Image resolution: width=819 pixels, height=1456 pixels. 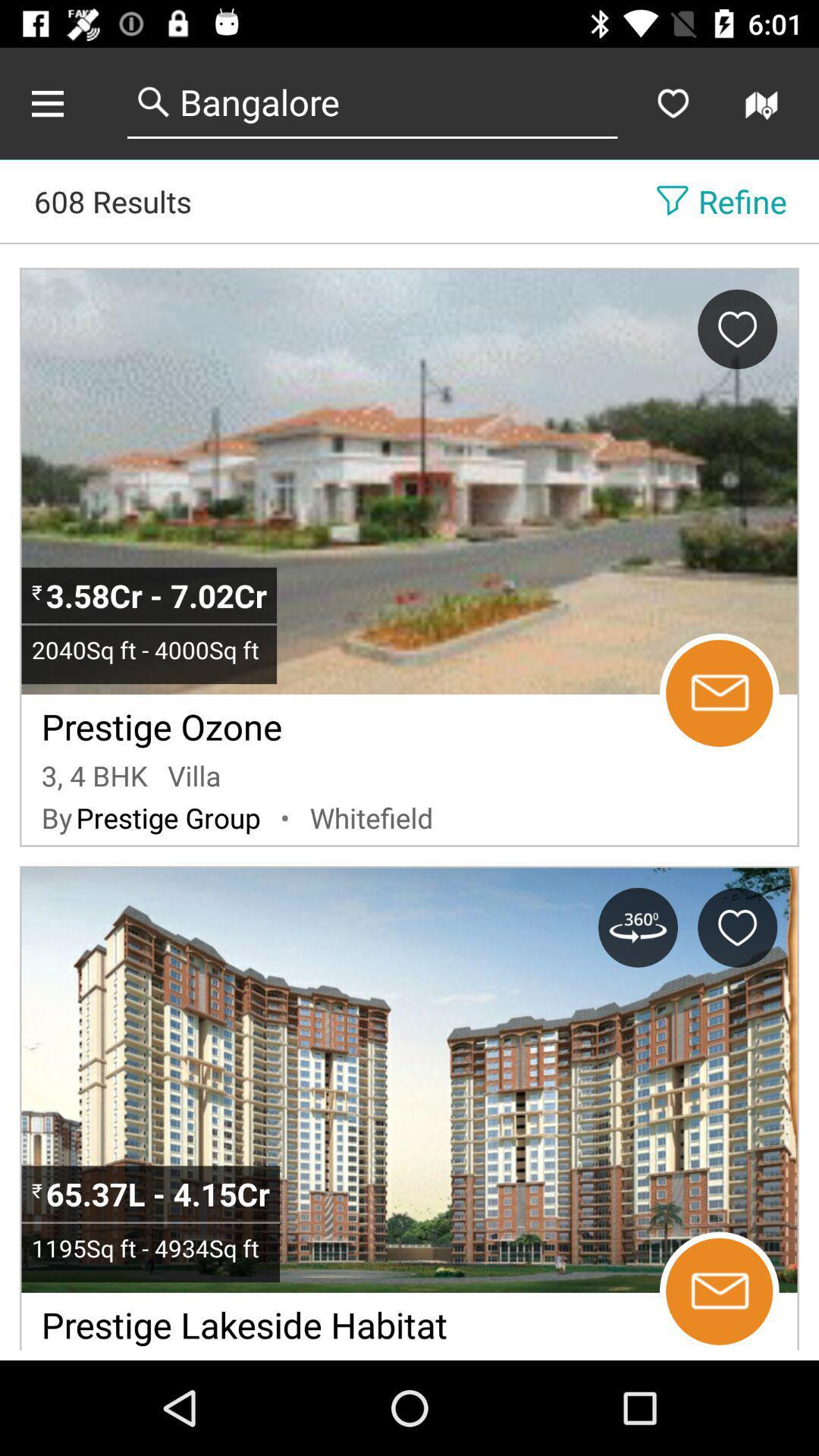 I want to click on sows massage icon, so click(x=718, y=692).